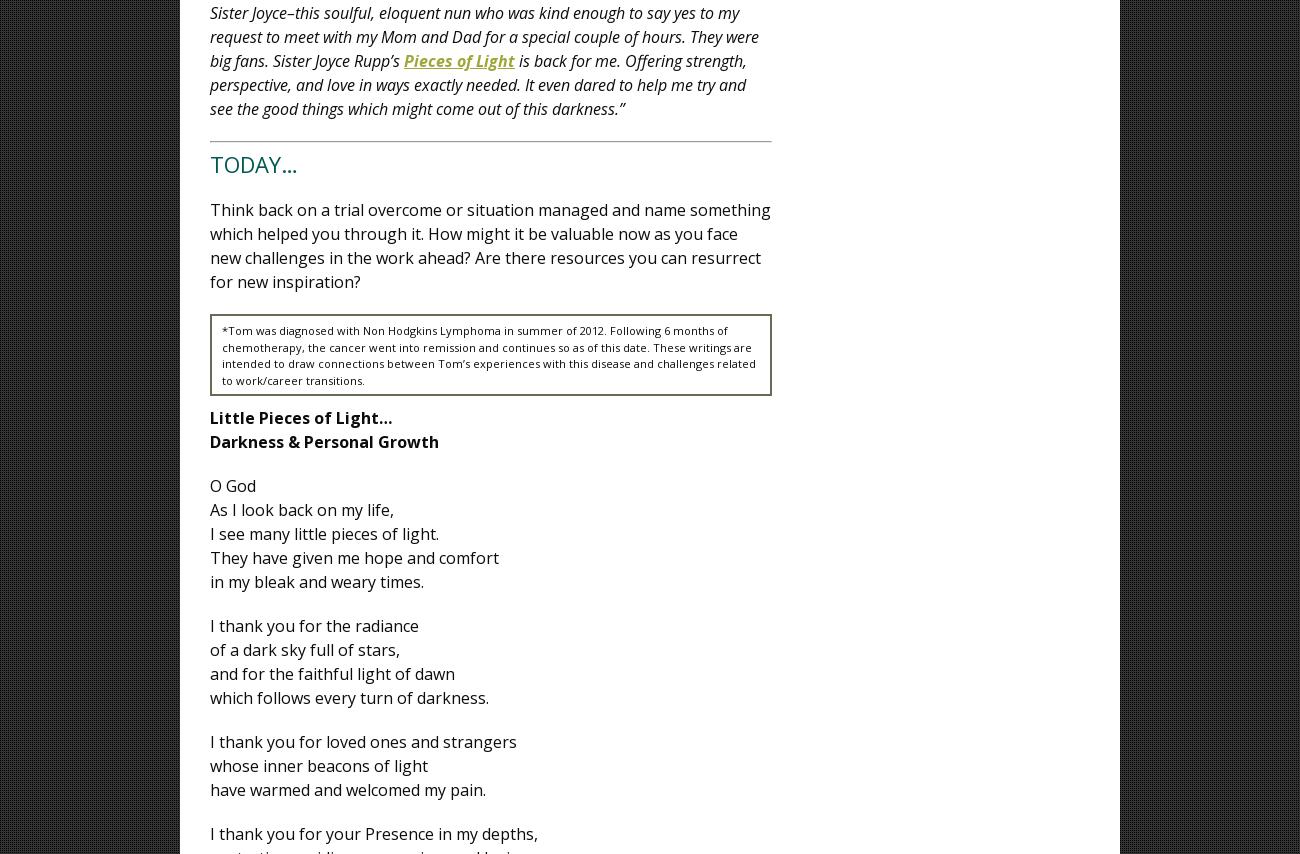  I want to click on 'which follows every turn of darkness.', so click(209, 696).